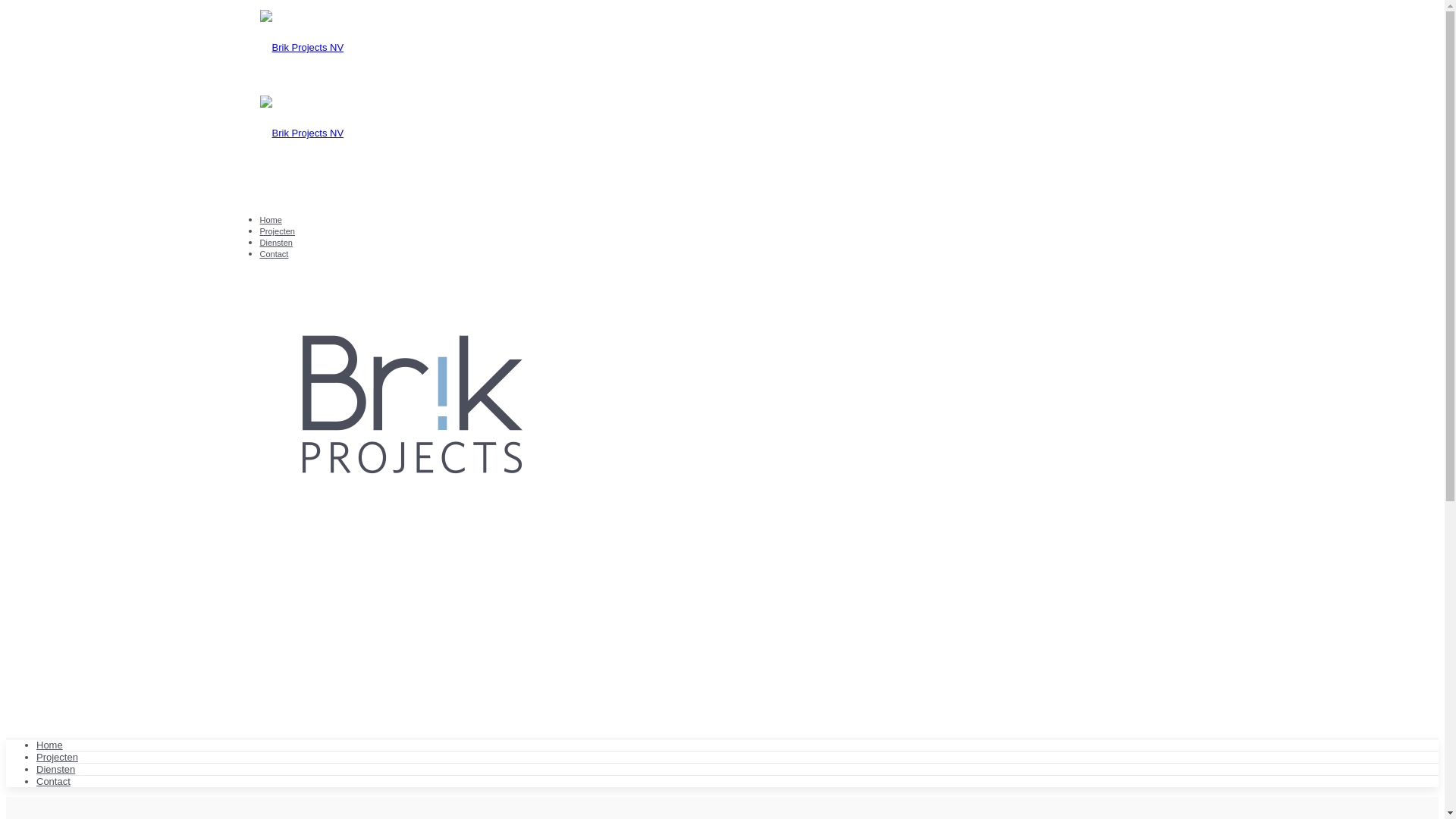  What do you see at coordinates (273, 253) in the screenshot?
I see `'Contact'` at bounding box center [273, 253].